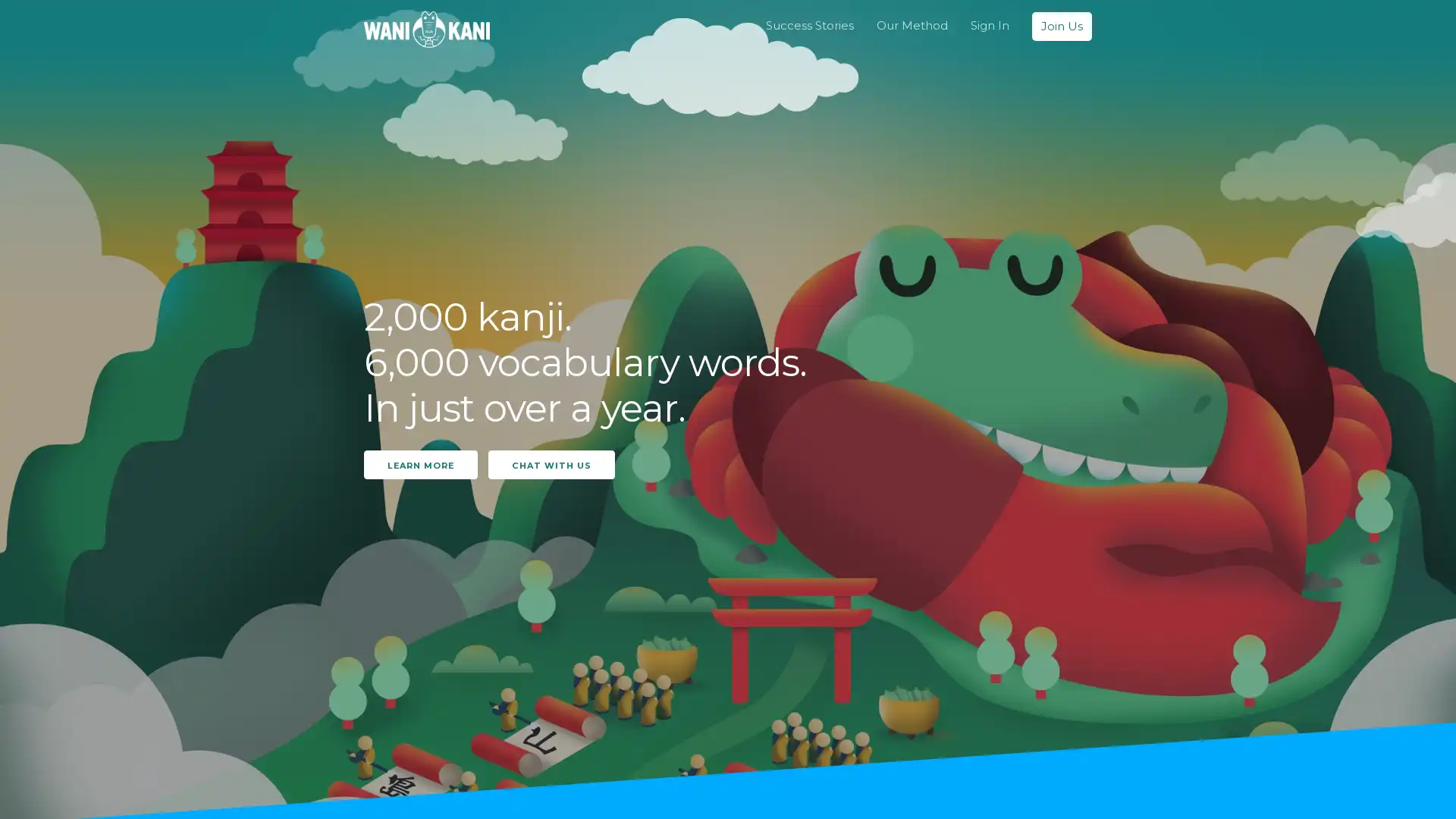  I want to click on CHAT WITH US, so click(551, 463).